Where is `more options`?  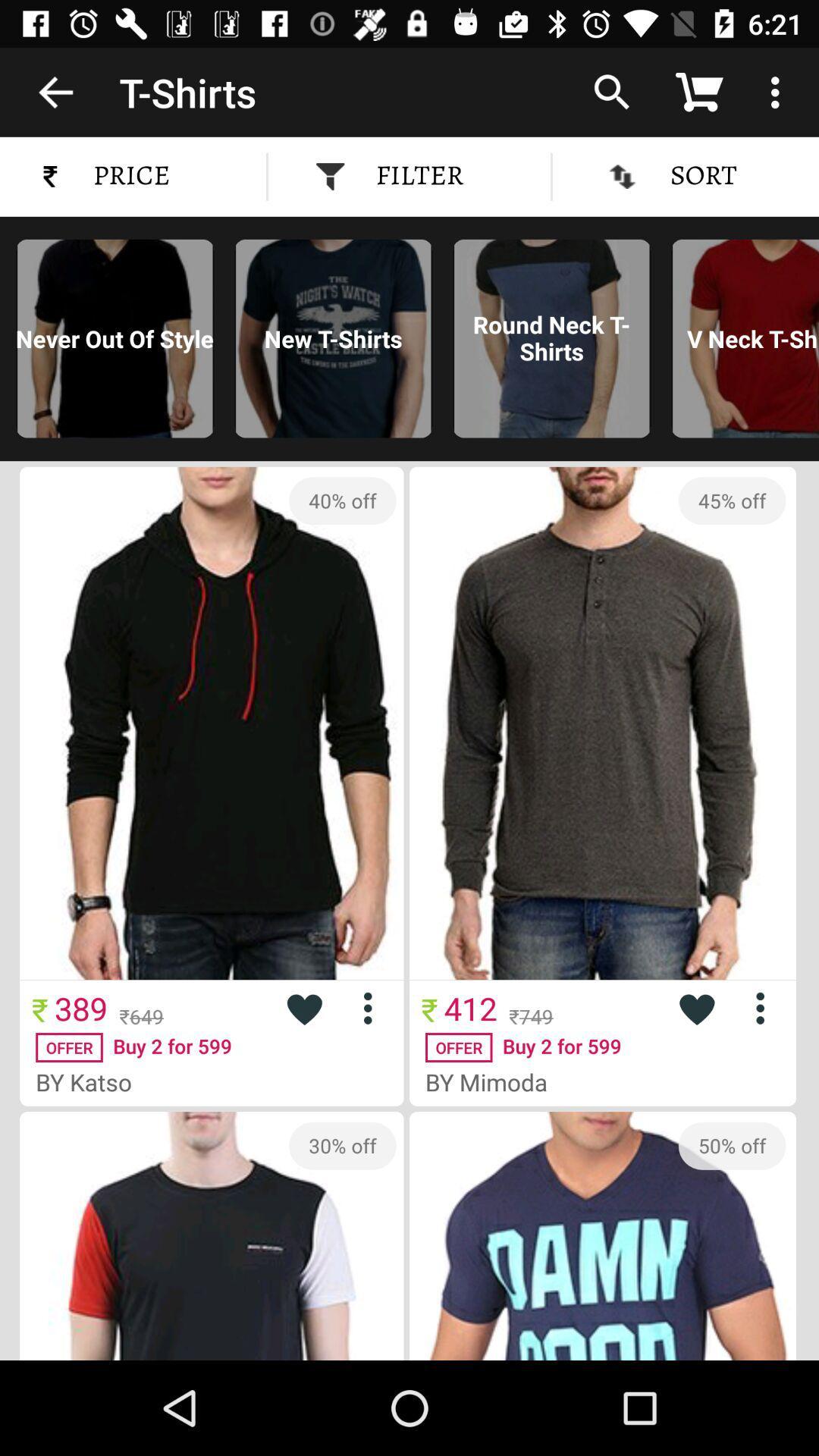 more options is located at coordinates (374, 1008).